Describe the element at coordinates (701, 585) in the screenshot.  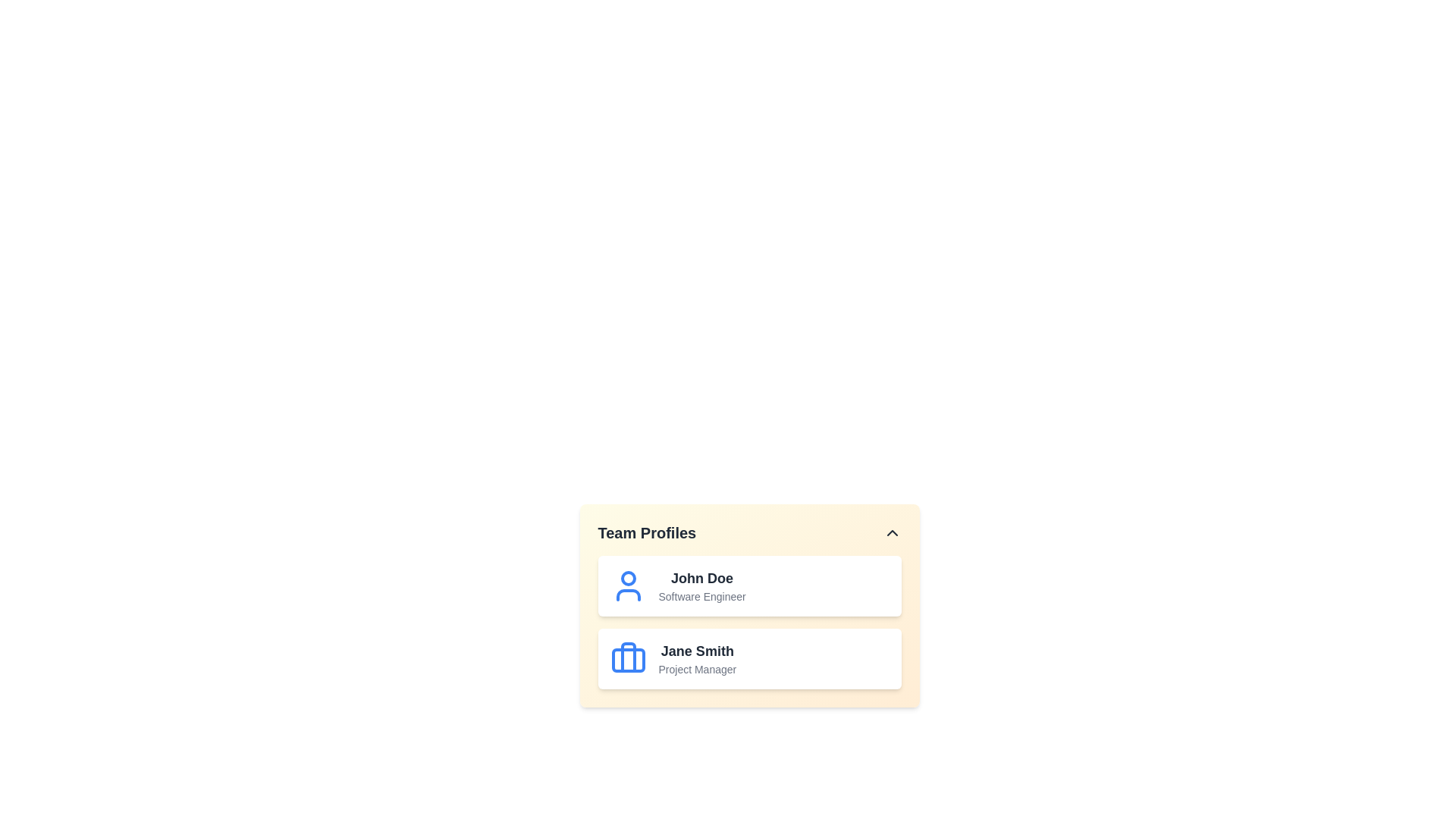
I see `information displayed in the text element that shows the name 'John Doe' and the job title 'Software Engineer' within the white card under the 'Team Profiles' header` at that location.